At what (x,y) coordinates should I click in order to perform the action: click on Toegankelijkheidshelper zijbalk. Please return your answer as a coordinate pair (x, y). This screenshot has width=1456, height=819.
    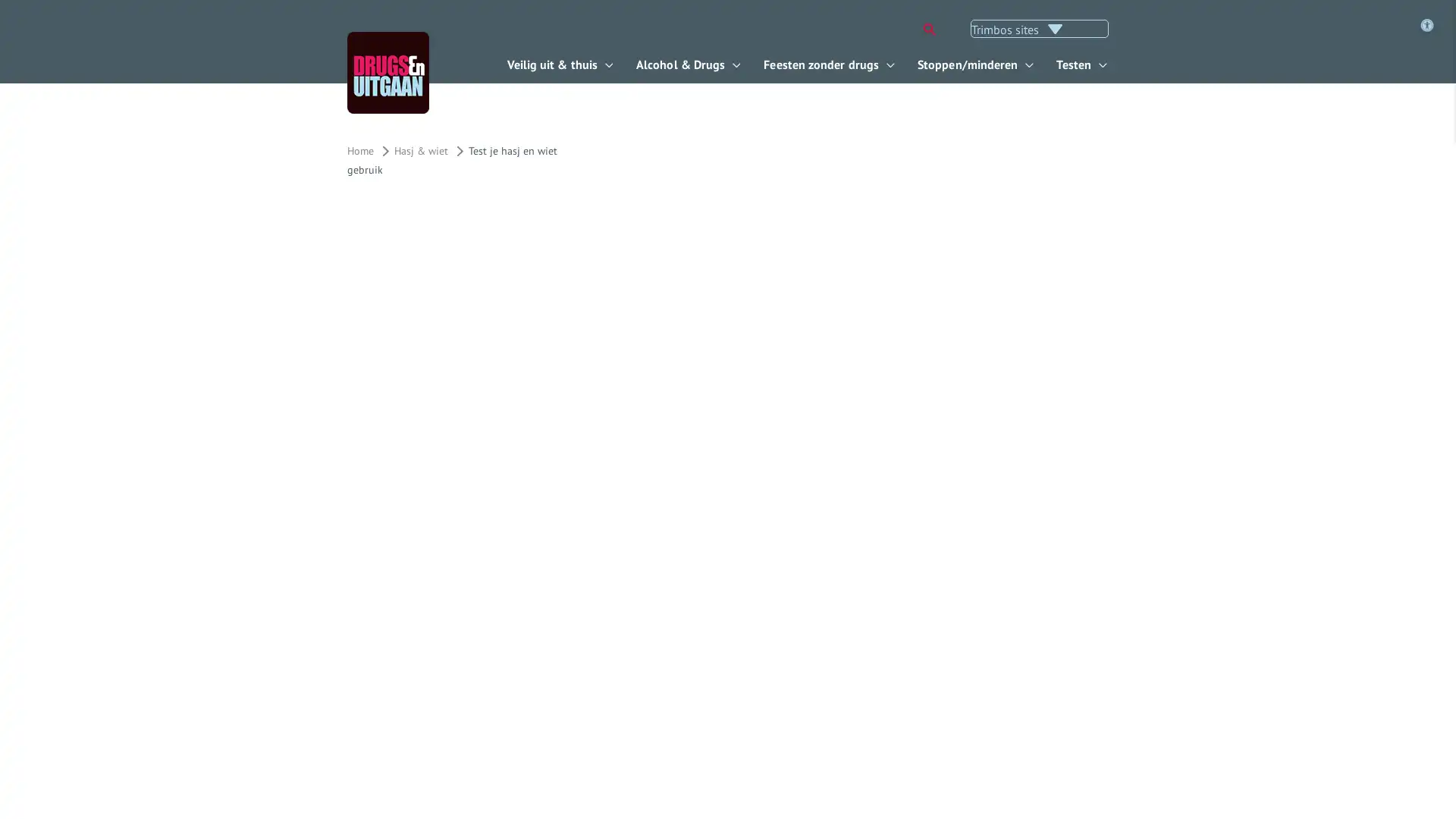
    Looking at the image, I should click on (566, 119).